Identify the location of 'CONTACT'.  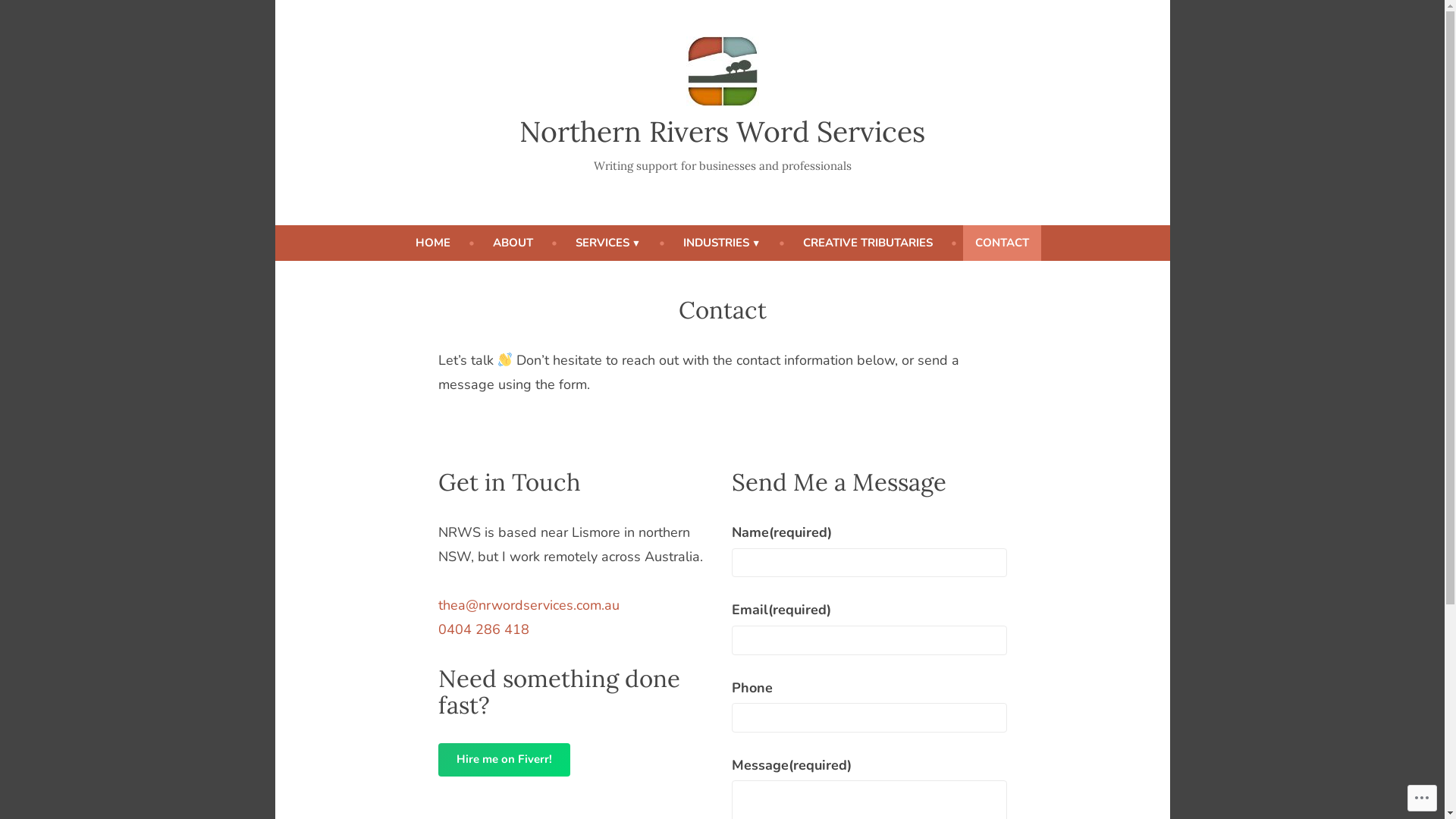
(1002, 242).